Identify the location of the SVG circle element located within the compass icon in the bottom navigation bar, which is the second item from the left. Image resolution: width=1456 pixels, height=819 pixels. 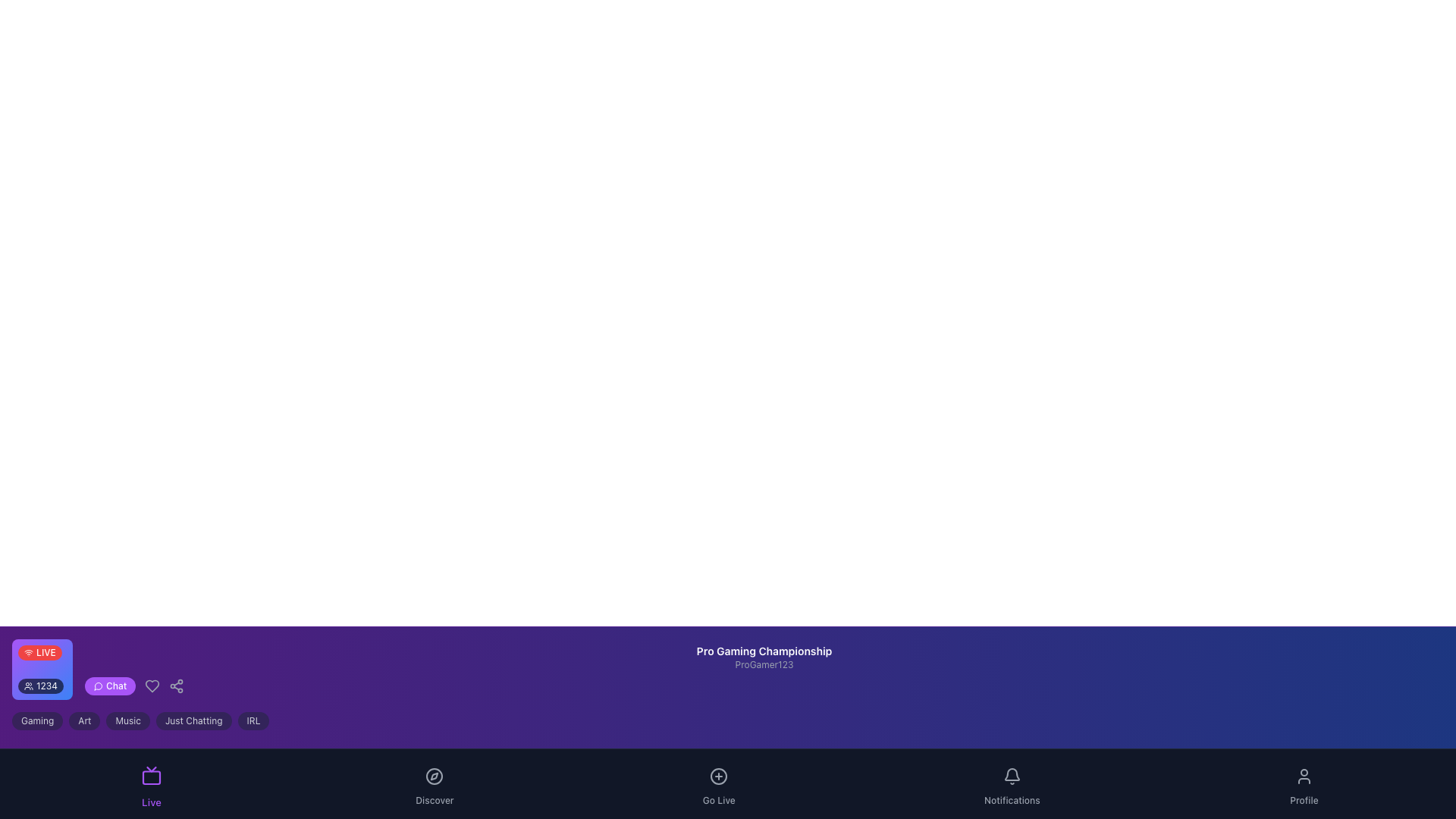
(434, 776).